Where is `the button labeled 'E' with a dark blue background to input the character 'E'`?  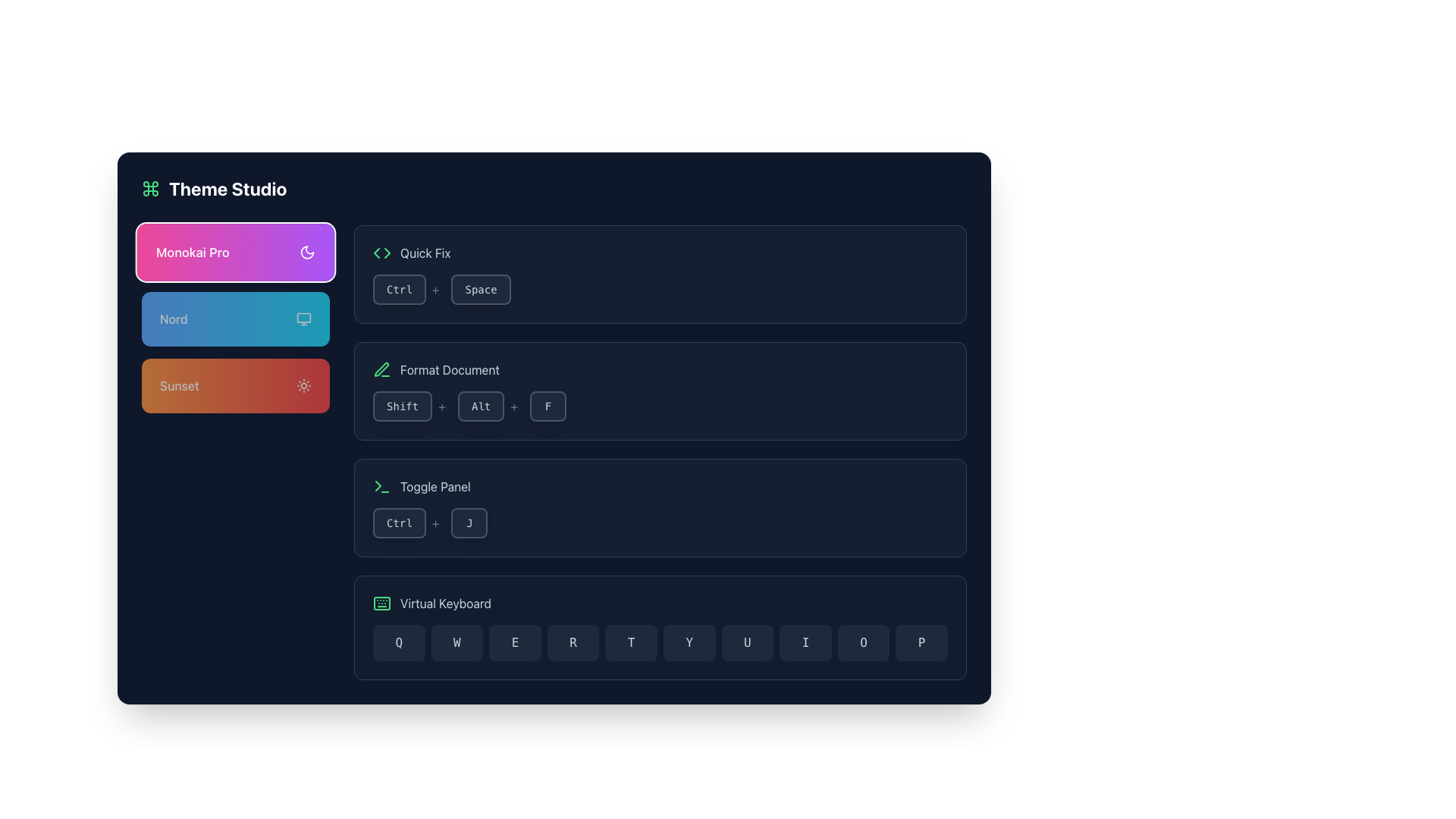
the button labeled 'E' with a dark blue background to input the character 'E' is located at coordinates (515, 643).